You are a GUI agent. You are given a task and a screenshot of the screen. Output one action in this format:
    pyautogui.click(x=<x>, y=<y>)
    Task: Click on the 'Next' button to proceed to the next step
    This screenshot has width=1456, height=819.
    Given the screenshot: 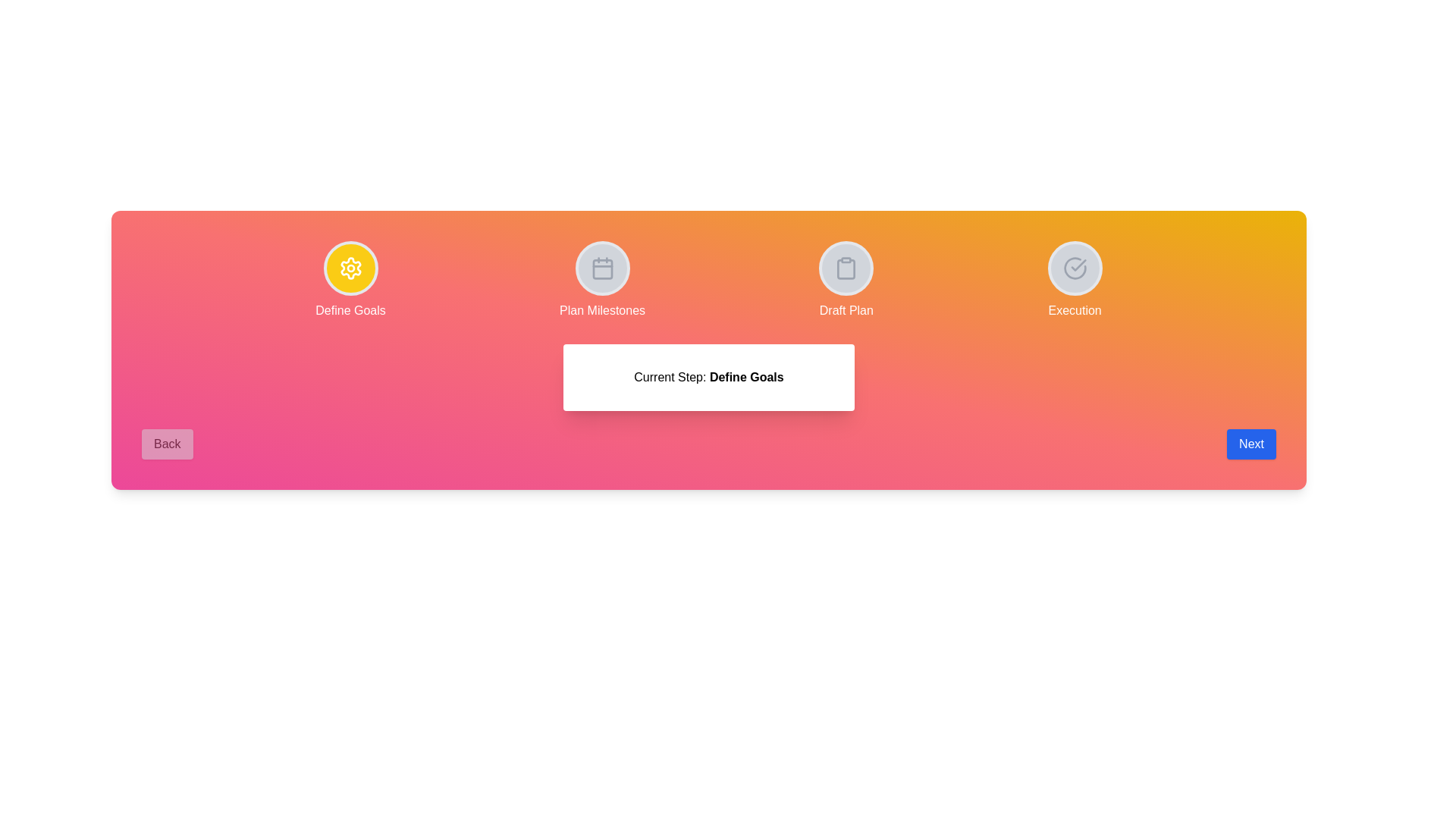 What is the action you would take?
    pyautogui.click(x=1251, y=444)
    